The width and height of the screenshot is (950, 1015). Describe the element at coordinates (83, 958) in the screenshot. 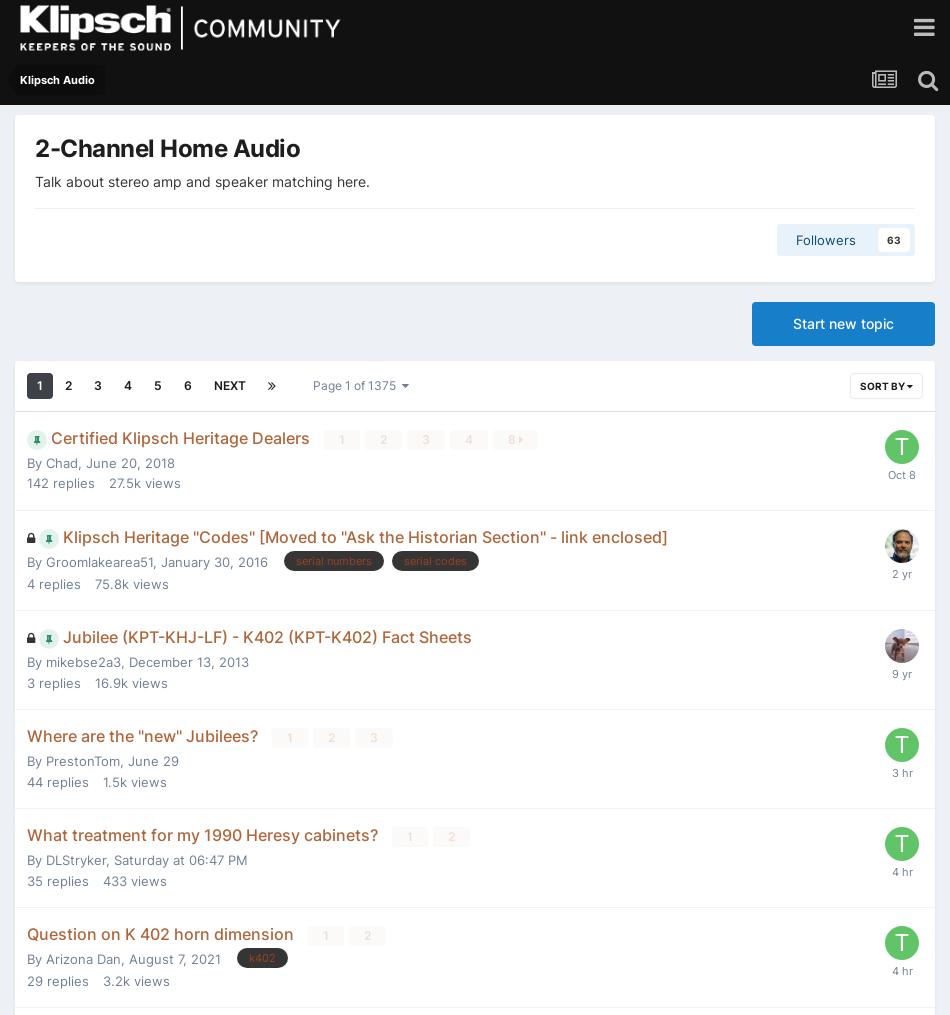

I see `'Arizona Dan'` at that location.